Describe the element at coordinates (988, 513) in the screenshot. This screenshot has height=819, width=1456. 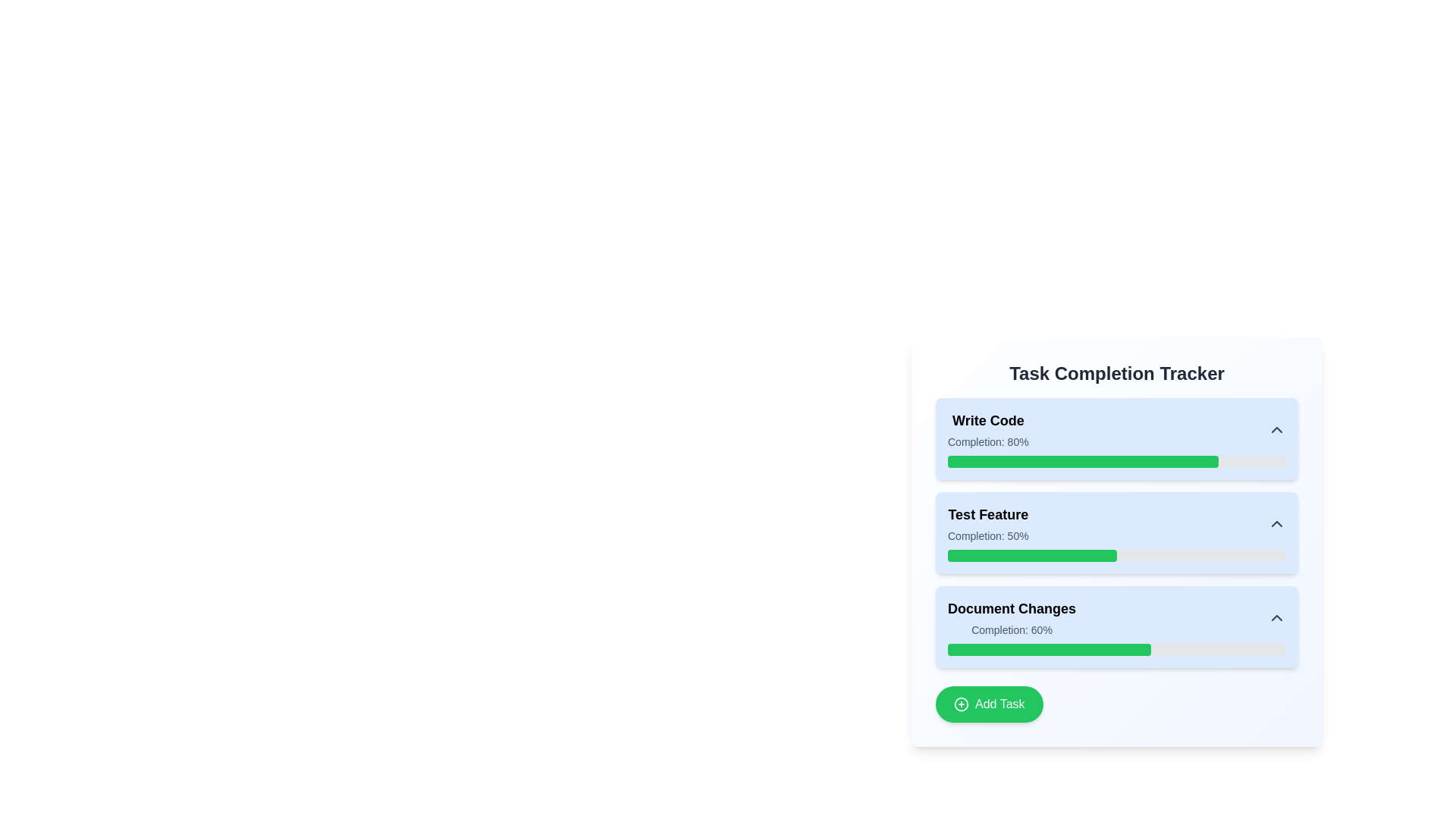
I see `the label displaying the task name in the 'Task Completion Tracker' section` at that location.